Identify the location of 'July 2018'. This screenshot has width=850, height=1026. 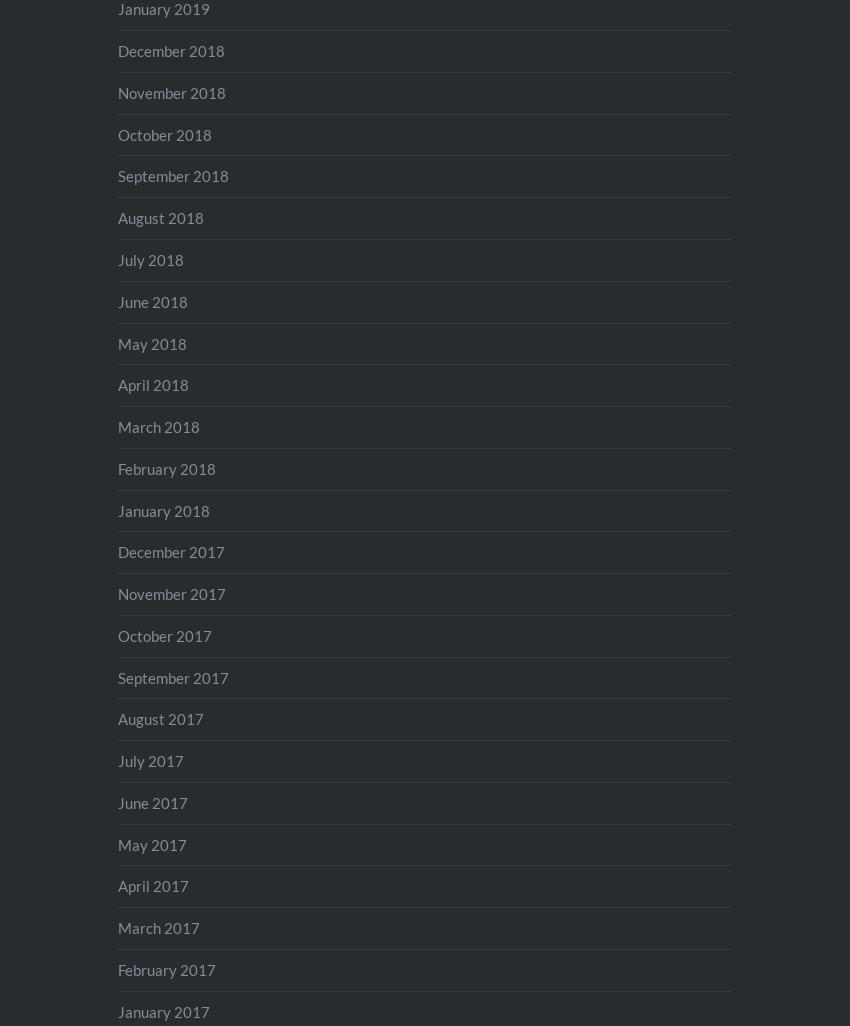
(116, 257).